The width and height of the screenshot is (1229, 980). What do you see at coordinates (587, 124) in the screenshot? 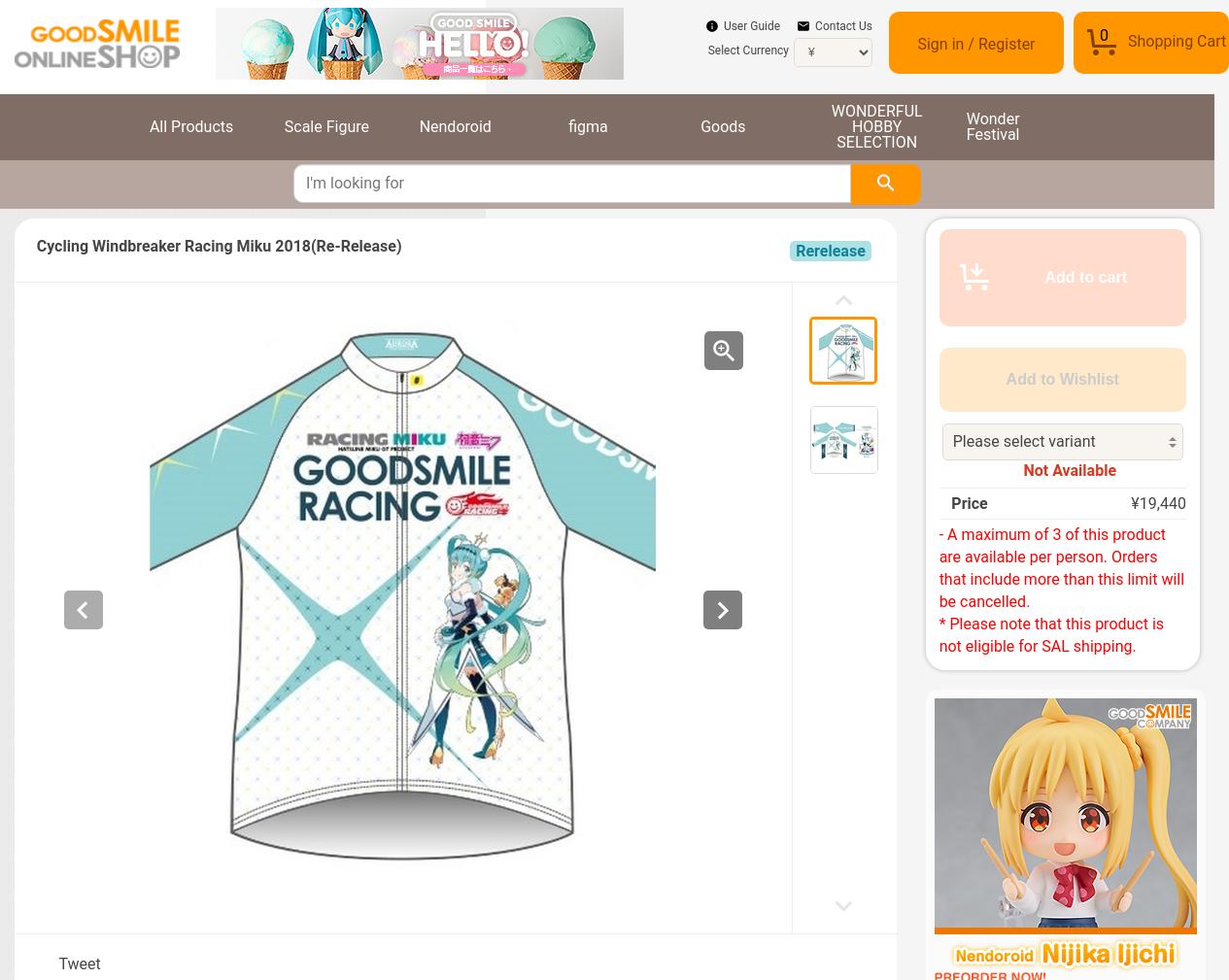
I see `'figma'` at bounding box center [587, 124].